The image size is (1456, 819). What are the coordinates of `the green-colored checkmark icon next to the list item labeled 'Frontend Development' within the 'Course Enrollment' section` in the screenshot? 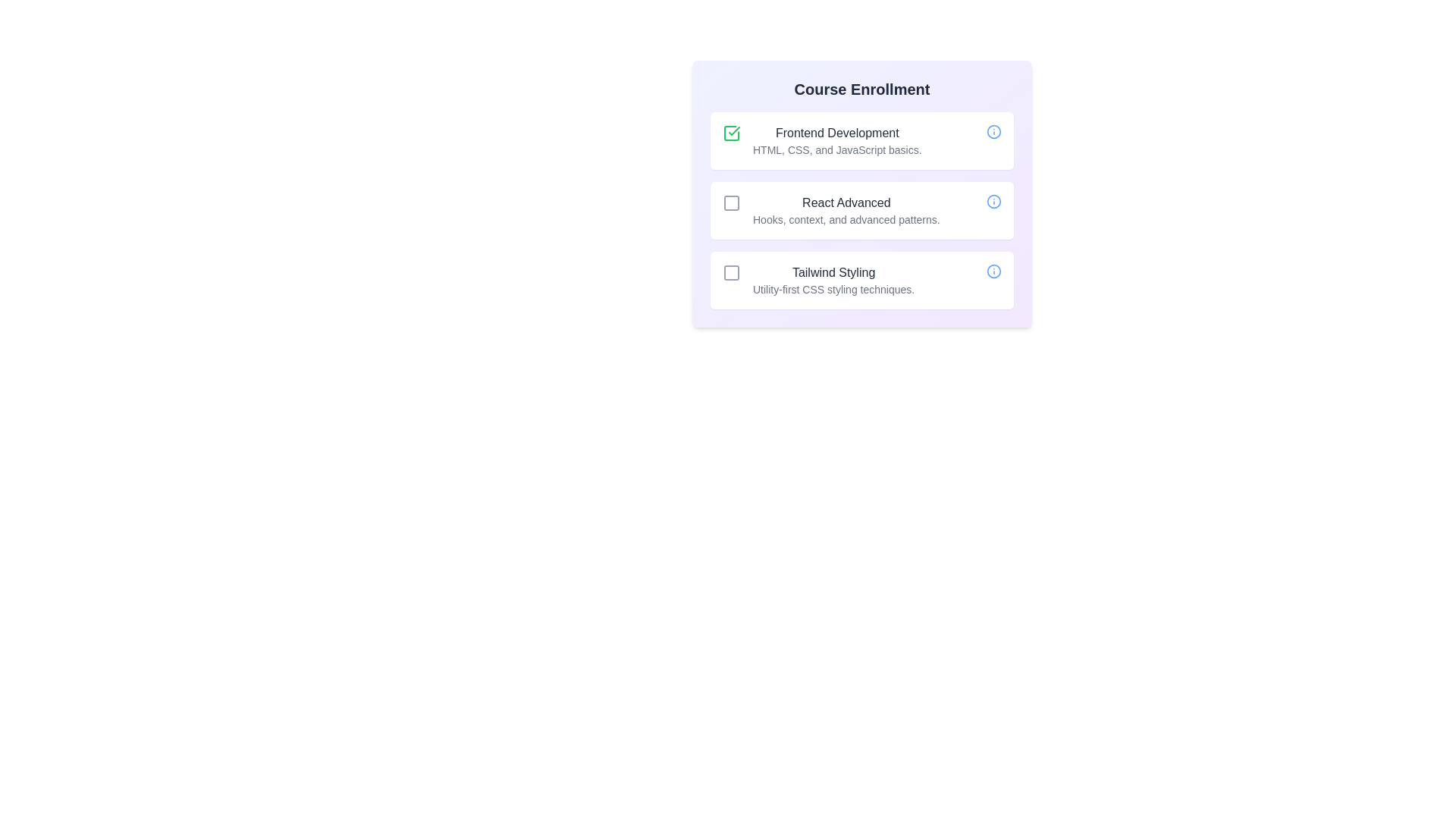 It's located at (734, 130).